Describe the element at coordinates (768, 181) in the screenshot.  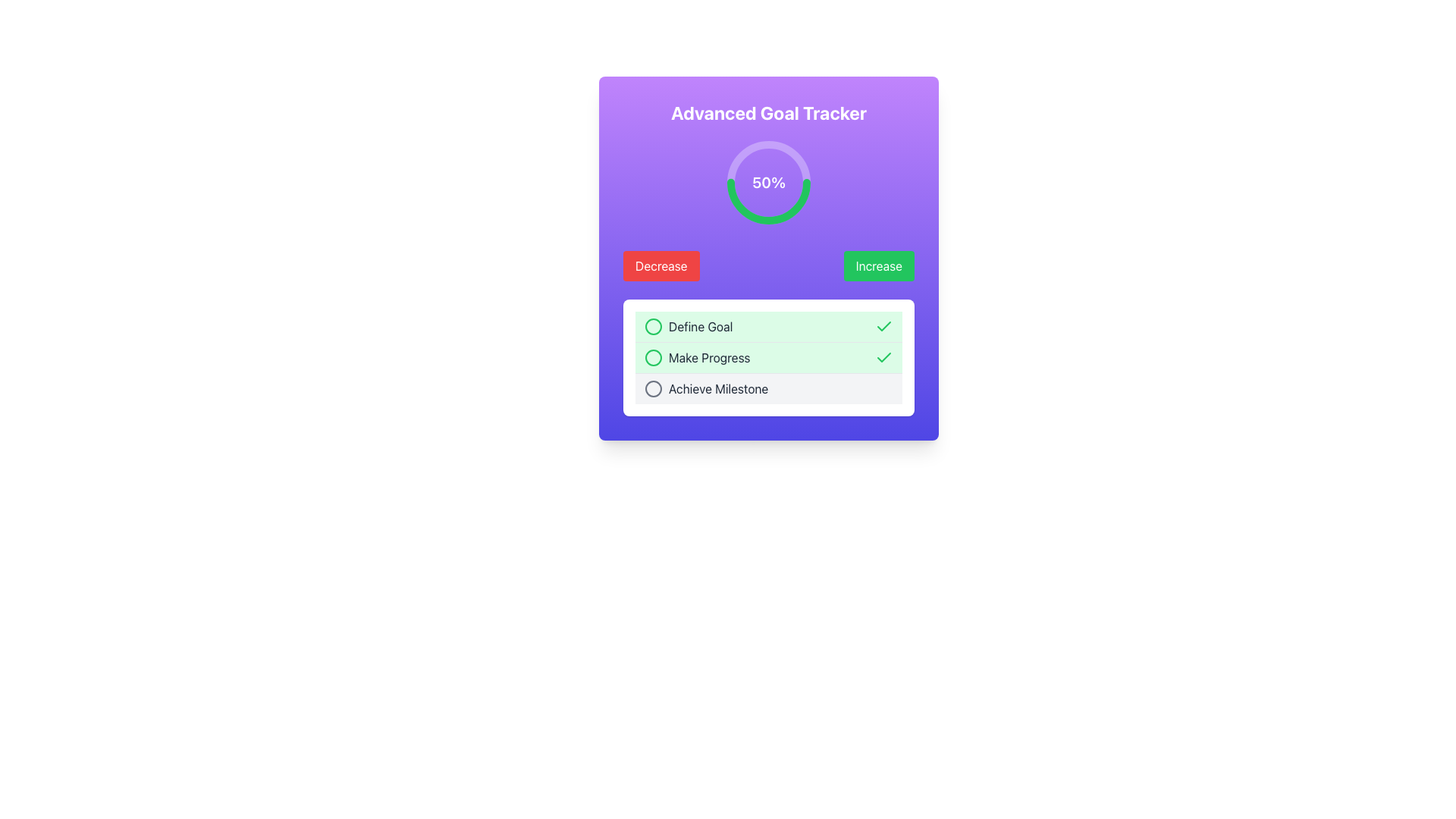
I see `the Circular Progress Indicator, which is centered within the purple card titled 'Advanced Goal Tracker', located directly below the title text and above the 'Decrease' and 'Increase' buttons` at that location.